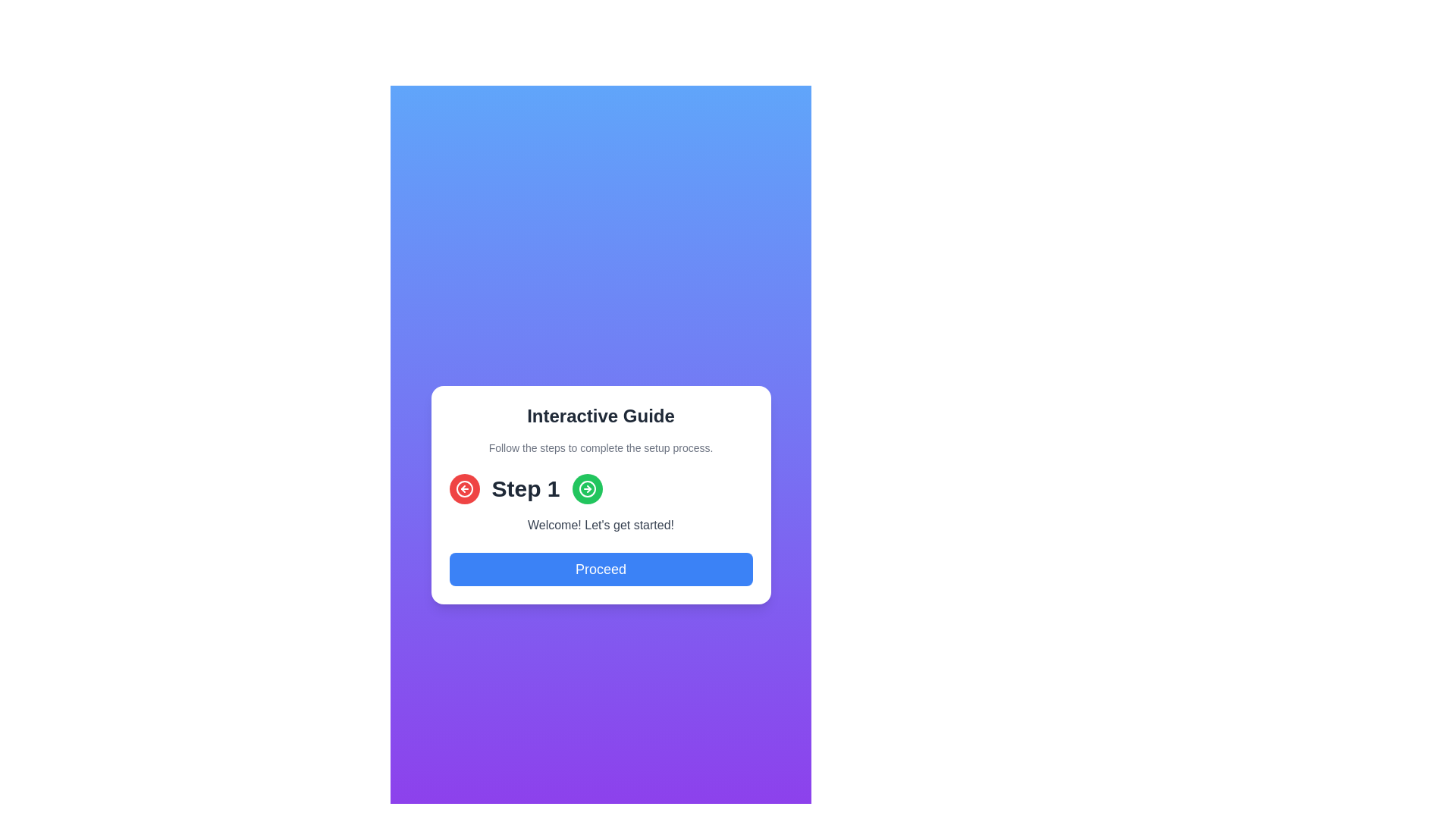 The width and height of the screenshot is (1456, 819). Describe the element at coordinates (586, 488) in the screenshot. I see `the circular icon with a green background and a white border, which contains a right-pointing arrow` at that location.